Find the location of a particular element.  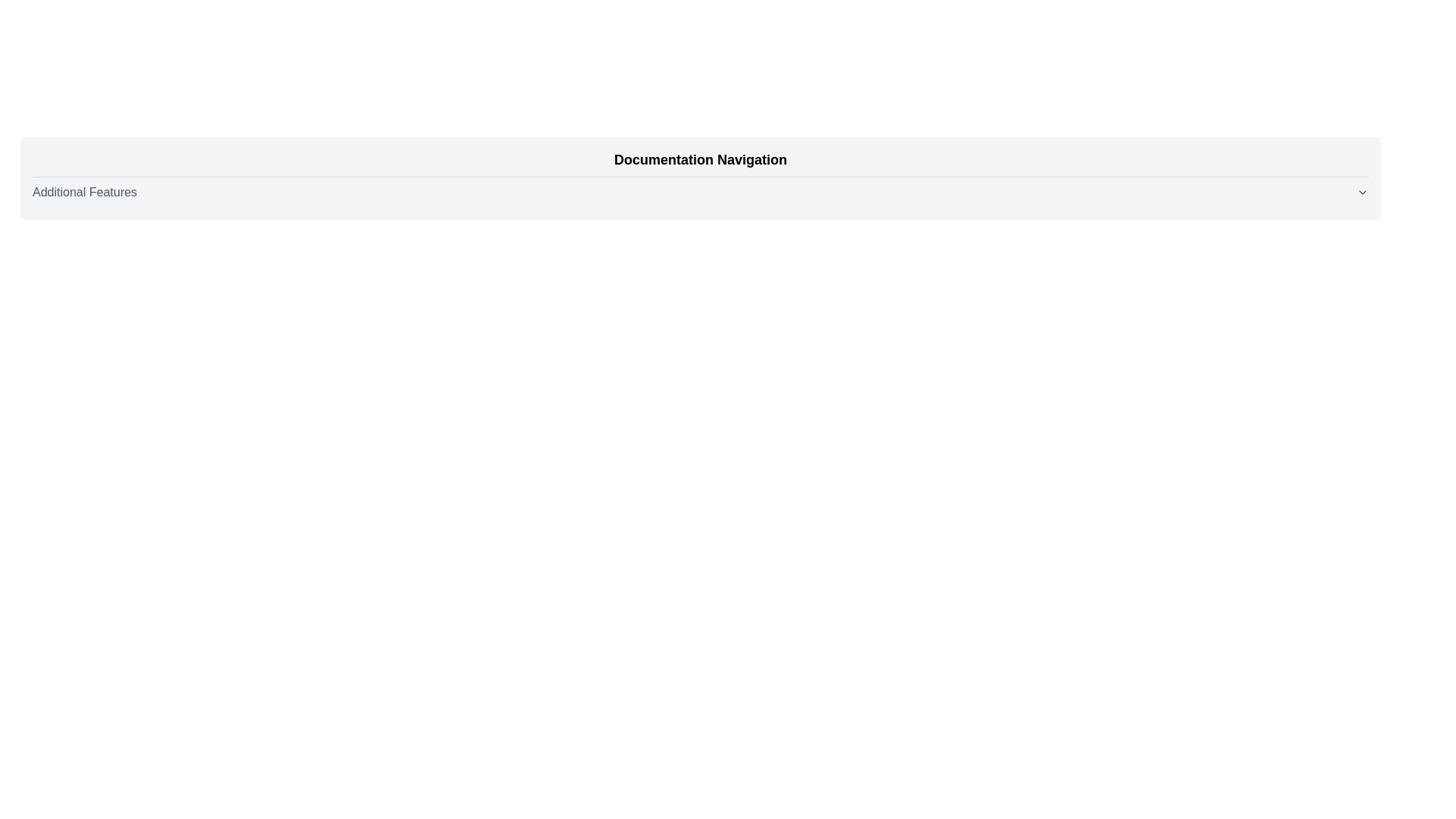

the 'Documentation Navigation' text element, which is prominently displayed in a bold, large font within a rounded-corner card, to infer the purpose of the section is located at coordinates (700, 160).